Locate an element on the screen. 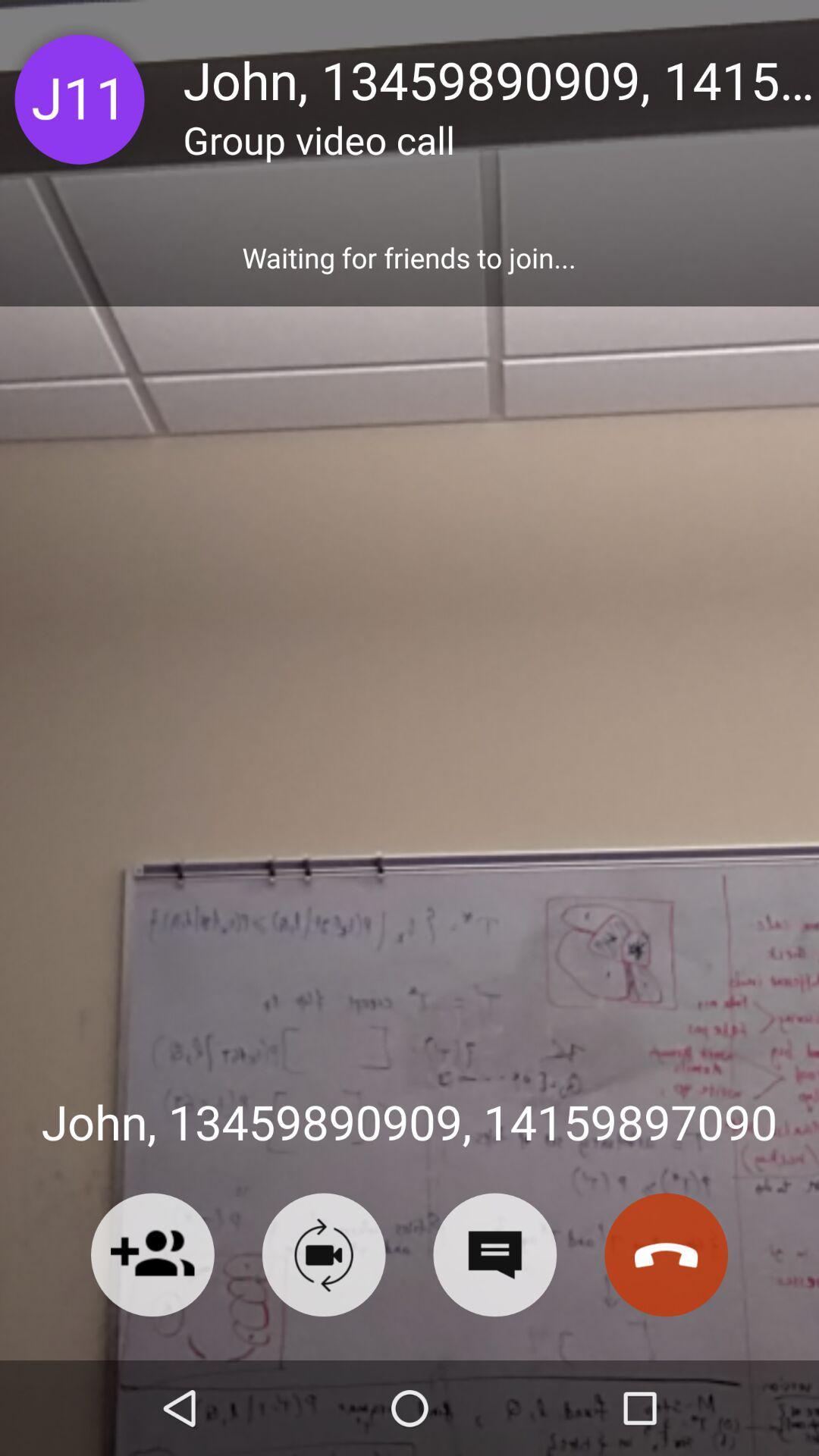 The width and height of the screenshot is (819, 1456). contact is located at coordinates (152, 1254).